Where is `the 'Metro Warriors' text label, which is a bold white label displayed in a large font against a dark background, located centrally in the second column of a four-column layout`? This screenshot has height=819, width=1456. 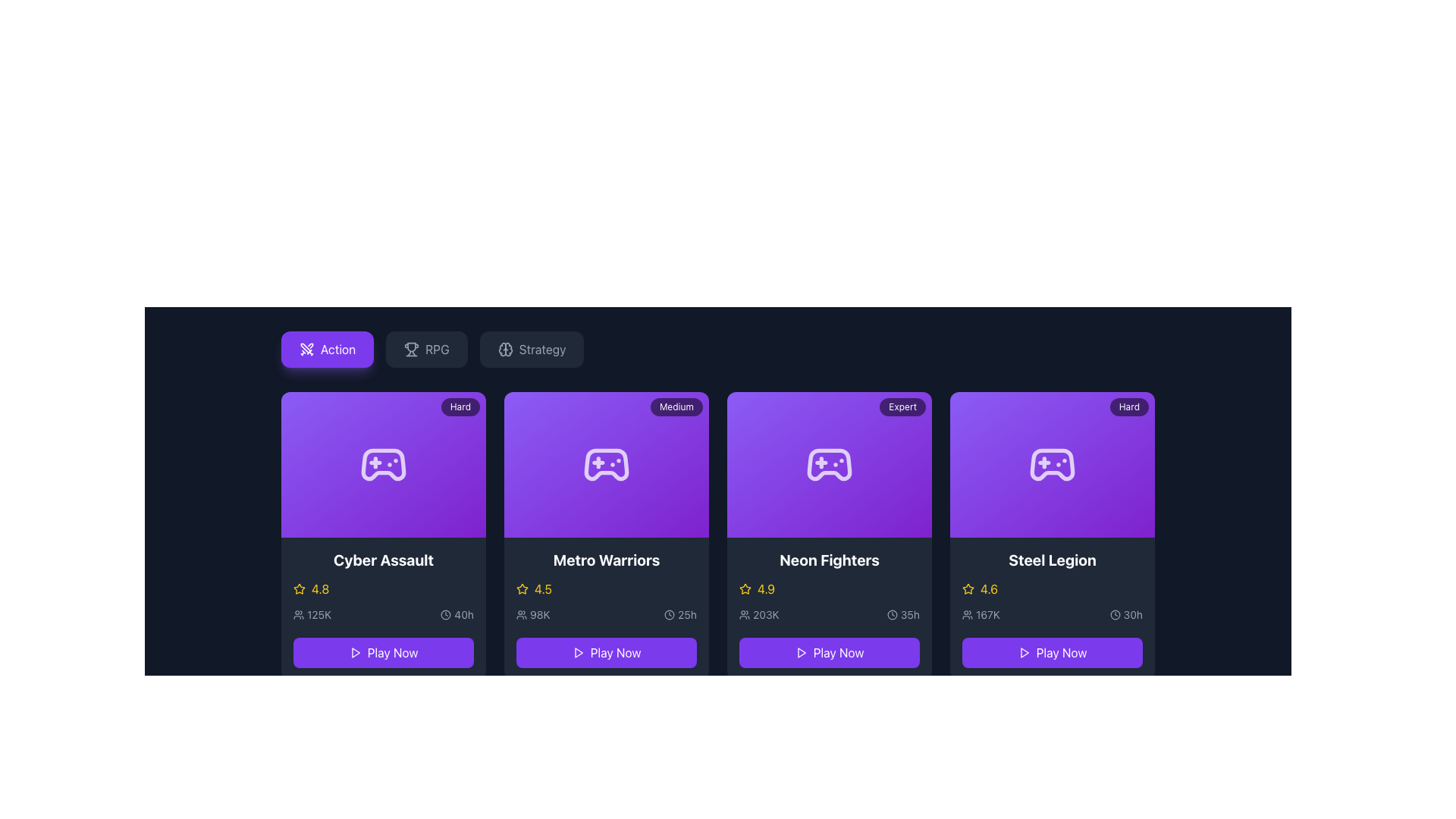 the 'Metro Warriors' text label, which is a bold white label displayed in a large font against a dark background, located centrally in the second column of a four-column layout is located at coordinates (607, 560).